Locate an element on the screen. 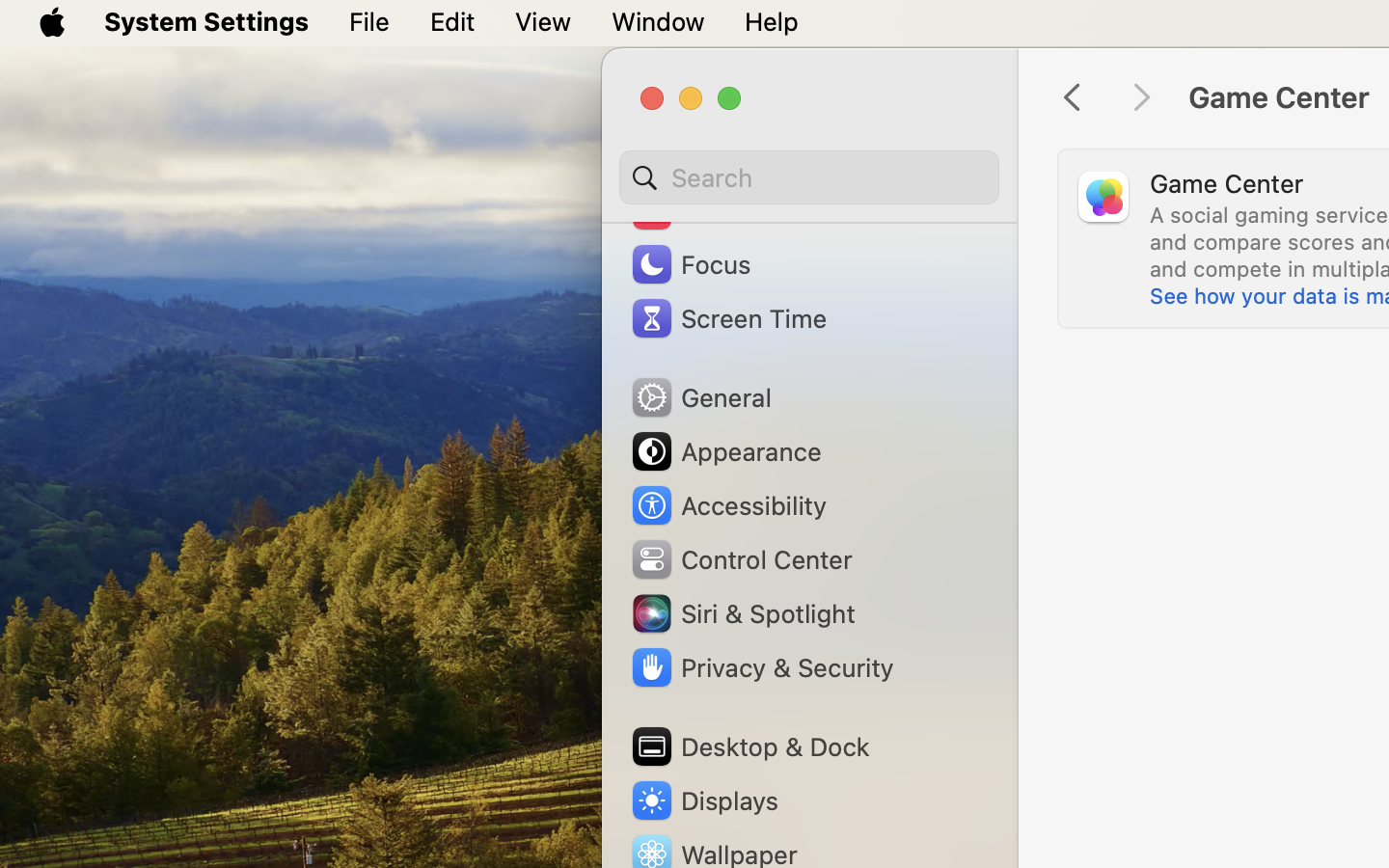 The height and width of the screenshot is (868, 1389). 'Sound' is located at coordinates (692, 209).